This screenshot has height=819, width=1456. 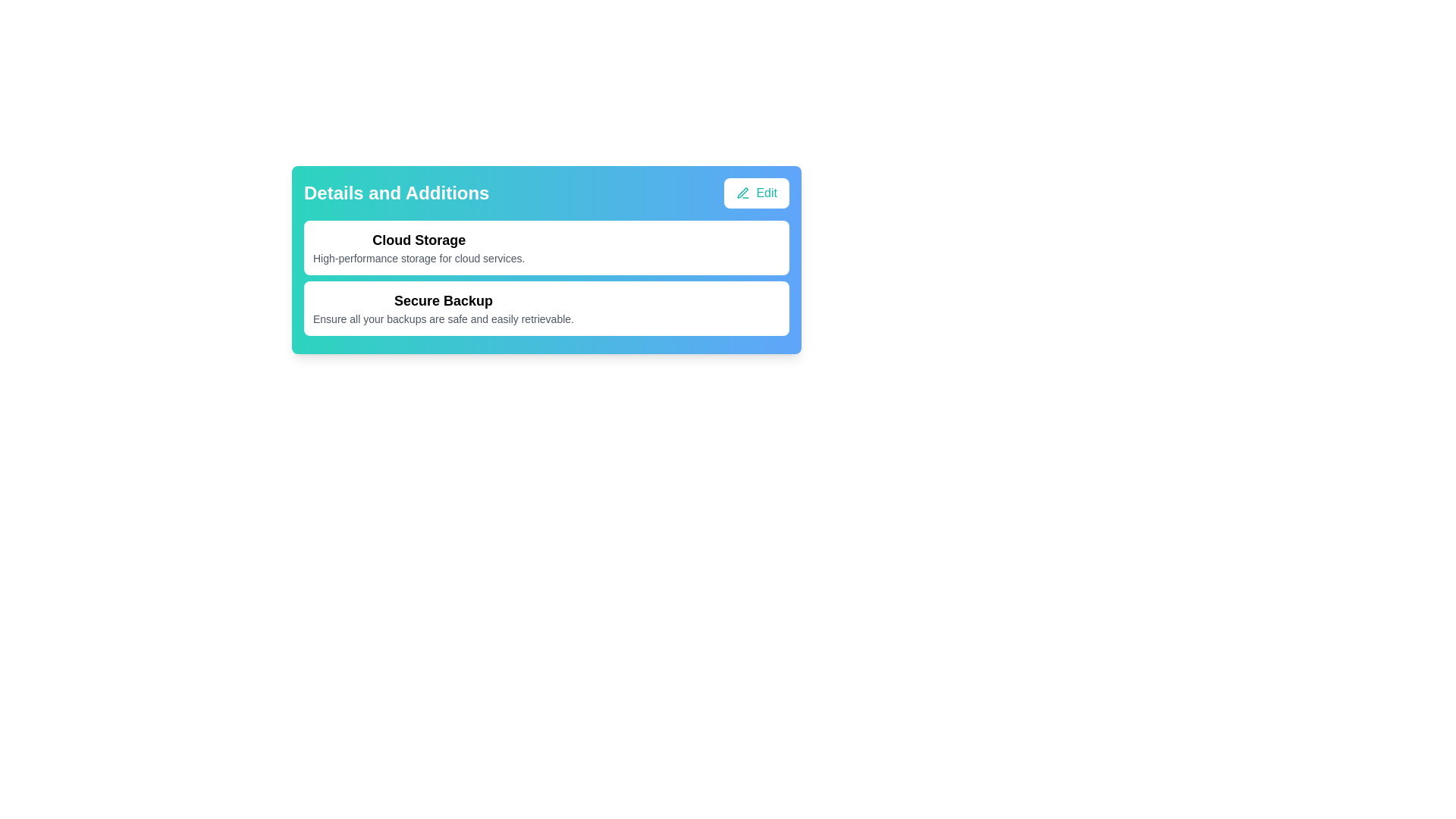 I want to click on the text label that provides a description of the 'Cloud Storage' section, located directly below the 'Cloud Storage' heading, so click(x=419, y=257).